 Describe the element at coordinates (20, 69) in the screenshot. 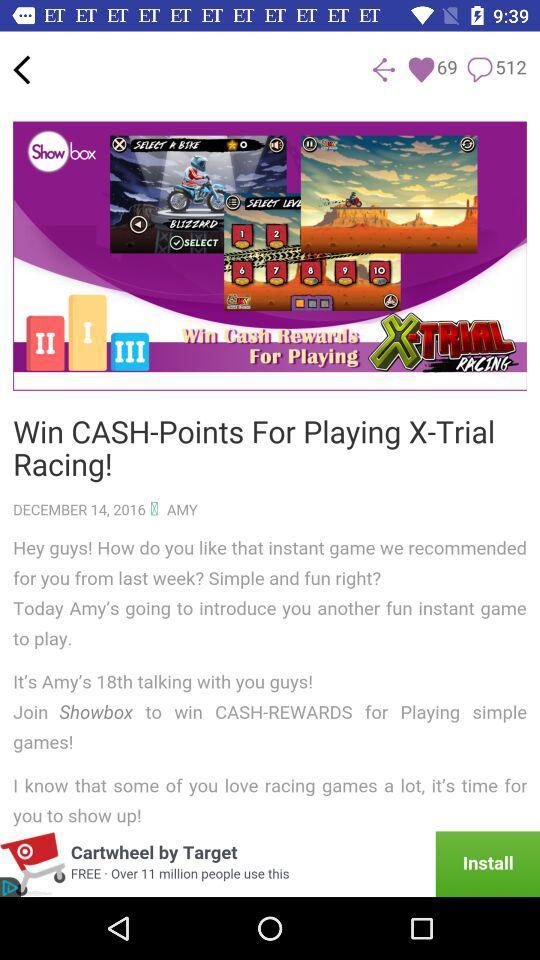

I see `the arrow_backward icon` at that location.